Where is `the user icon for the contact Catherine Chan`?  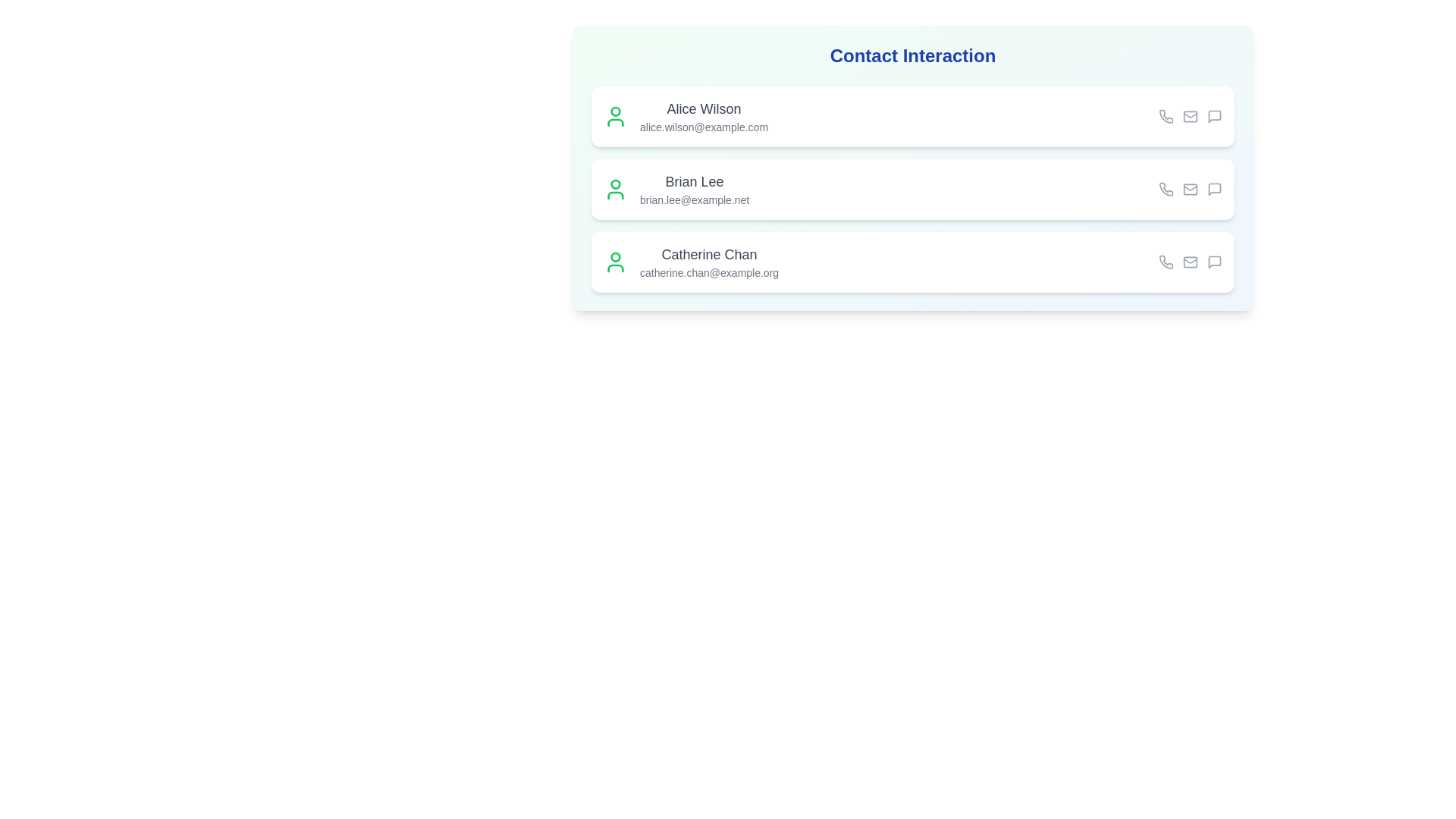
the user icon for the contact Catherine Chan is located at coordinates (615, 262).